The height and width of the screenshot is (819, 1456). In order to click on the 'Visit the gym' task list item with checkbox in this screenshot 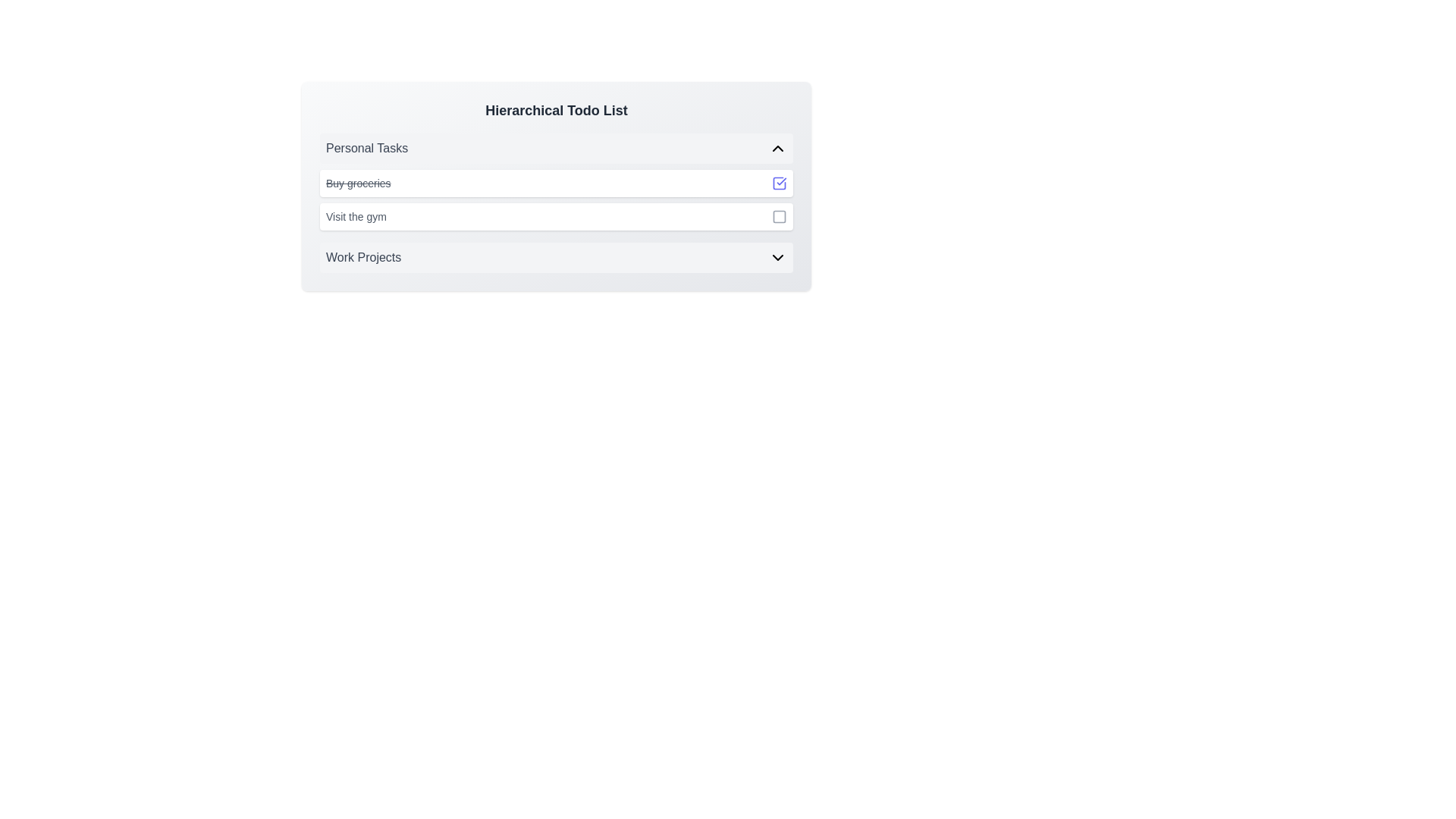, I will do `click(556, 216)`.